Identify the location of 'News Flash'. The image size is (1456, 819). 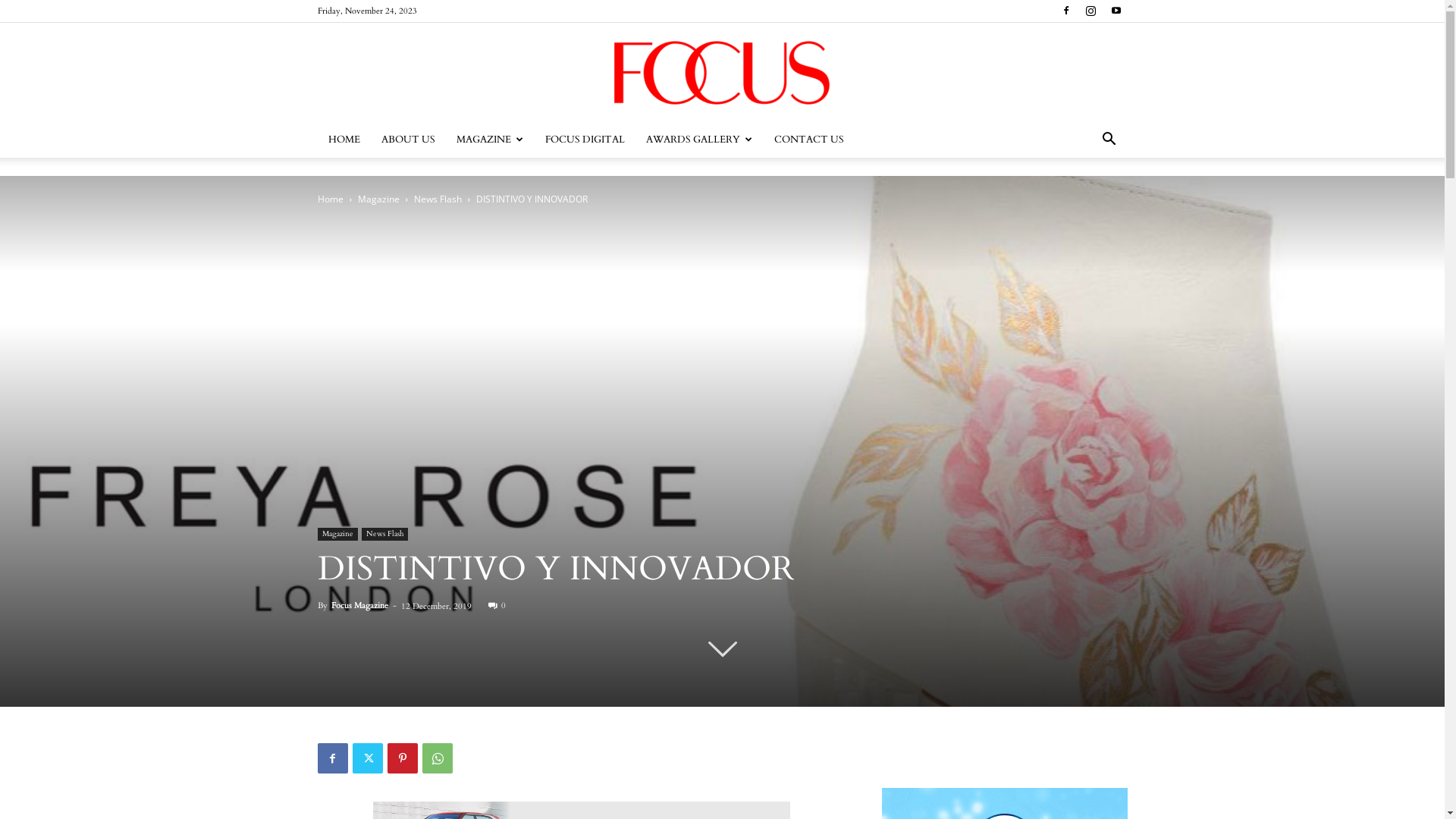
(384, 533).